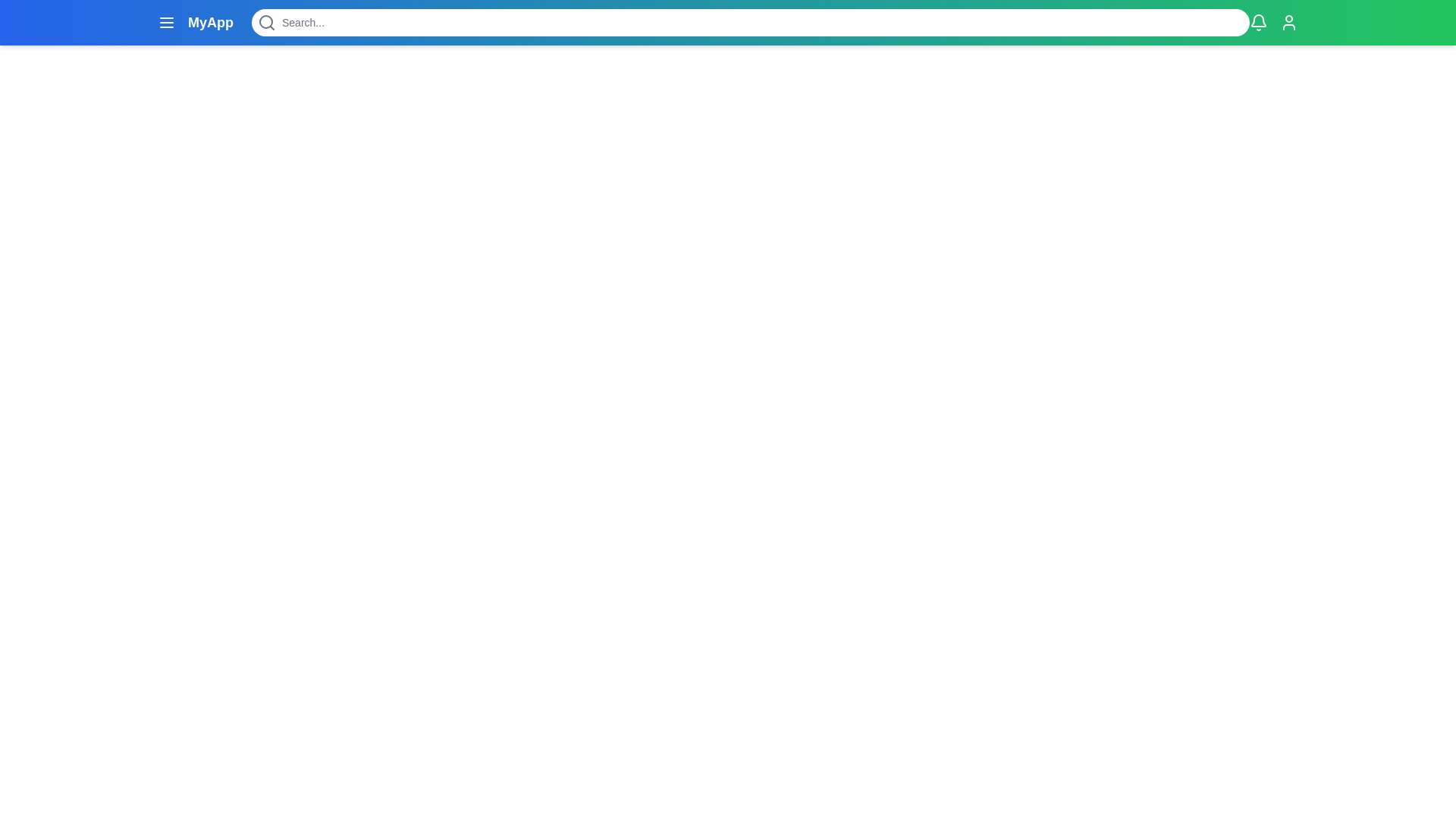 This screenshot has height=819, width=1456. I want to click on the magnifying glass icon located at the start of the search bar, so click(266, 23).